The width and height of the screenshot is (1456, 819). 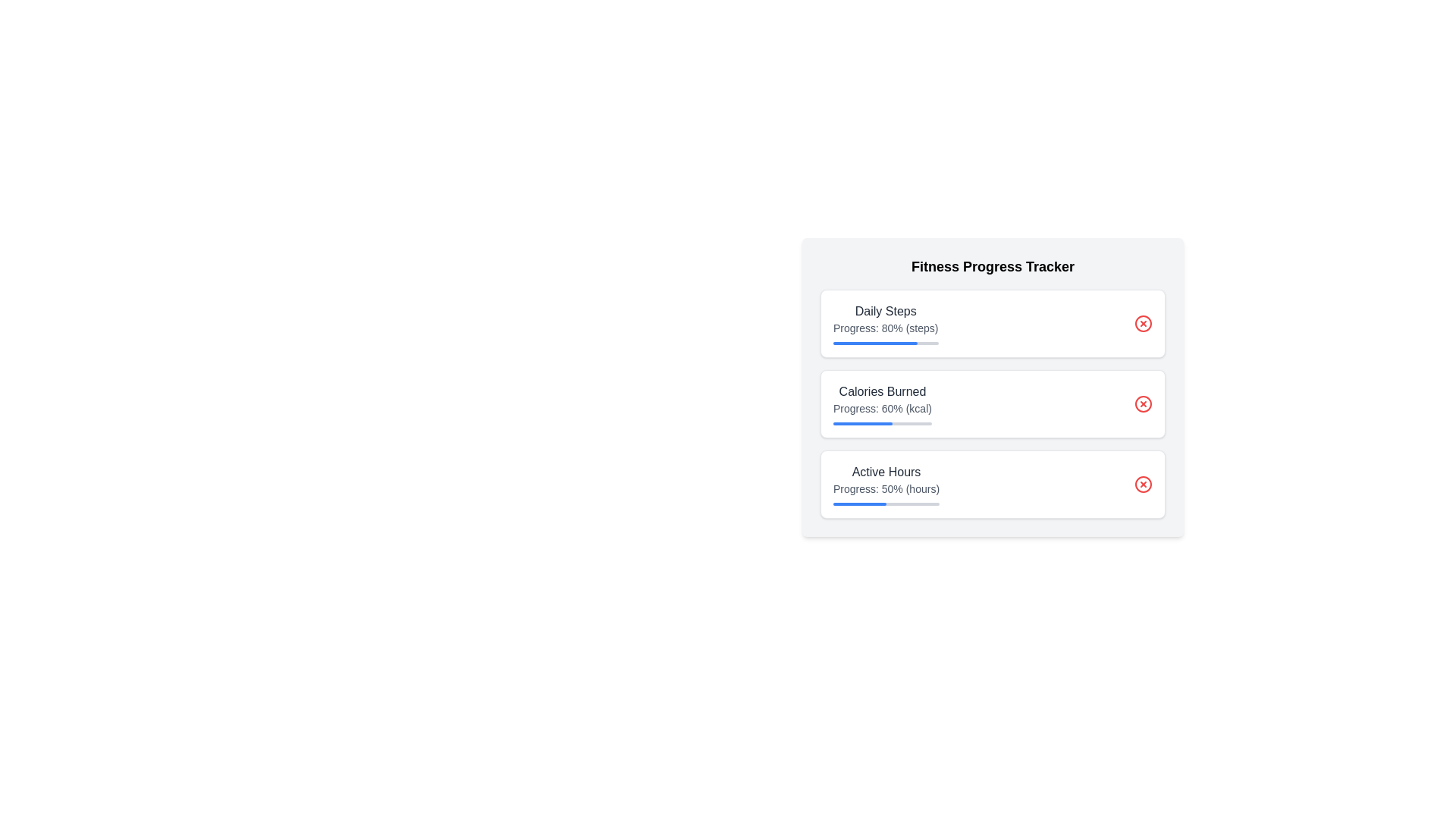 I want to click on the progress visually by interacting with the progress bar component located below the 'Active Hours' label in the 'Fitness Progress Tracker', so click(x=886, y=504).